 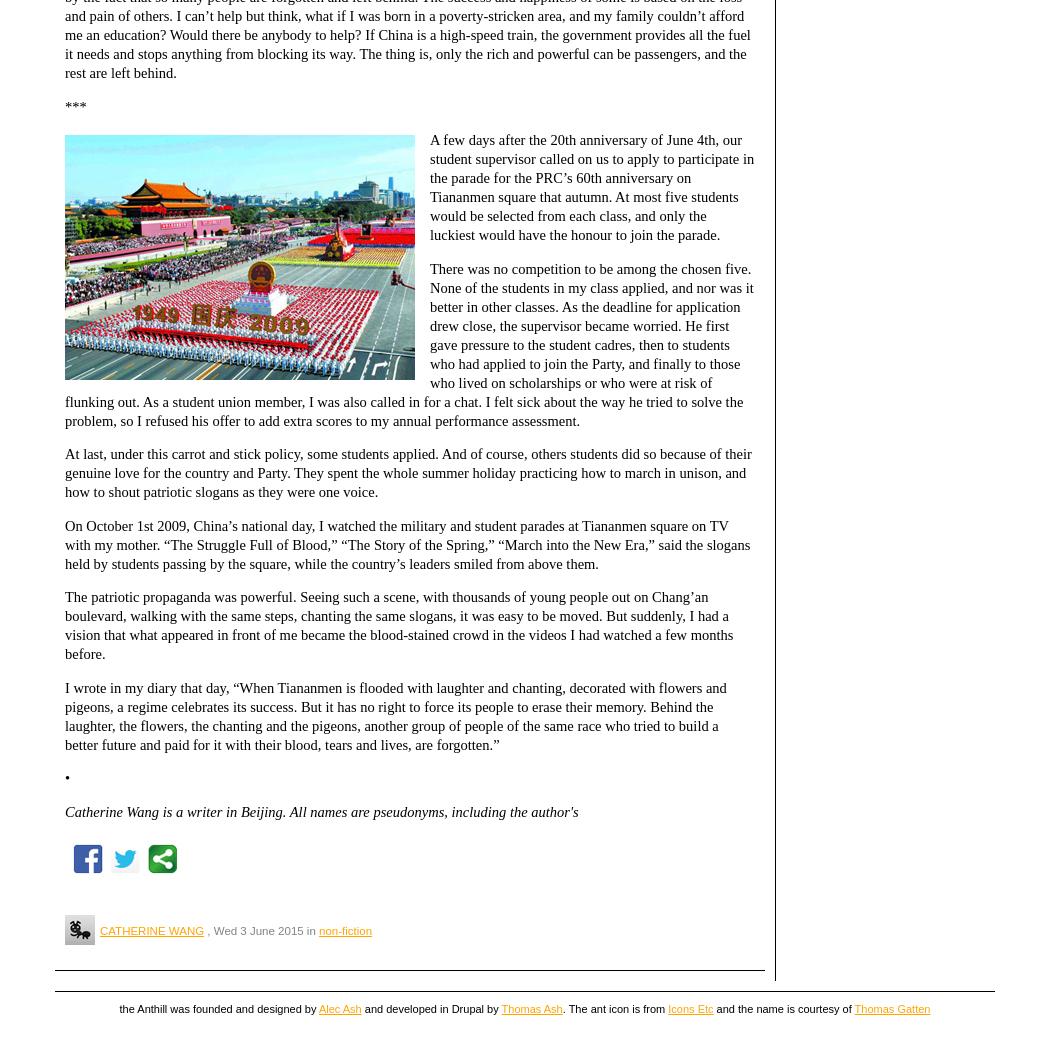 I want to click on 'and the name is courtesy of', so click(x=783, y=1008).